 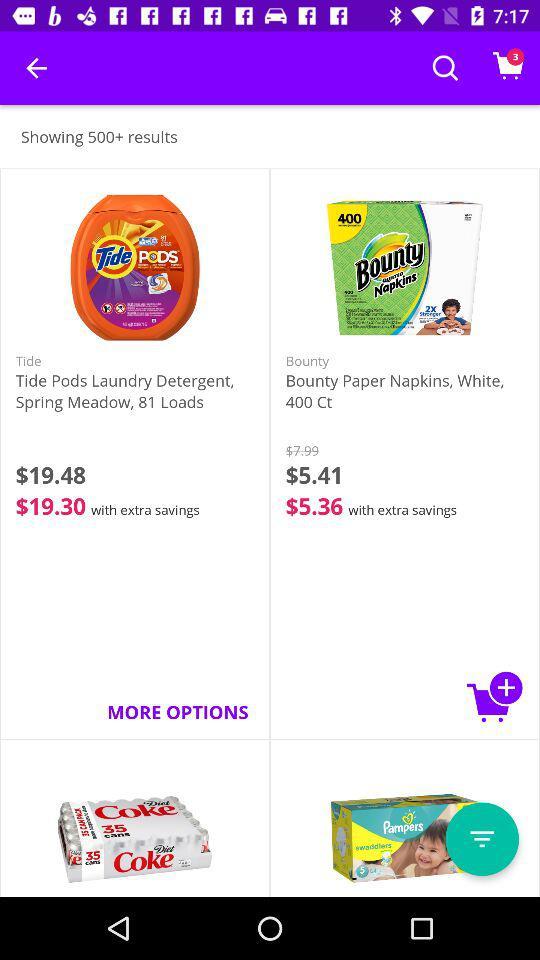 I want to click on overview, so click(x=481, y=839).